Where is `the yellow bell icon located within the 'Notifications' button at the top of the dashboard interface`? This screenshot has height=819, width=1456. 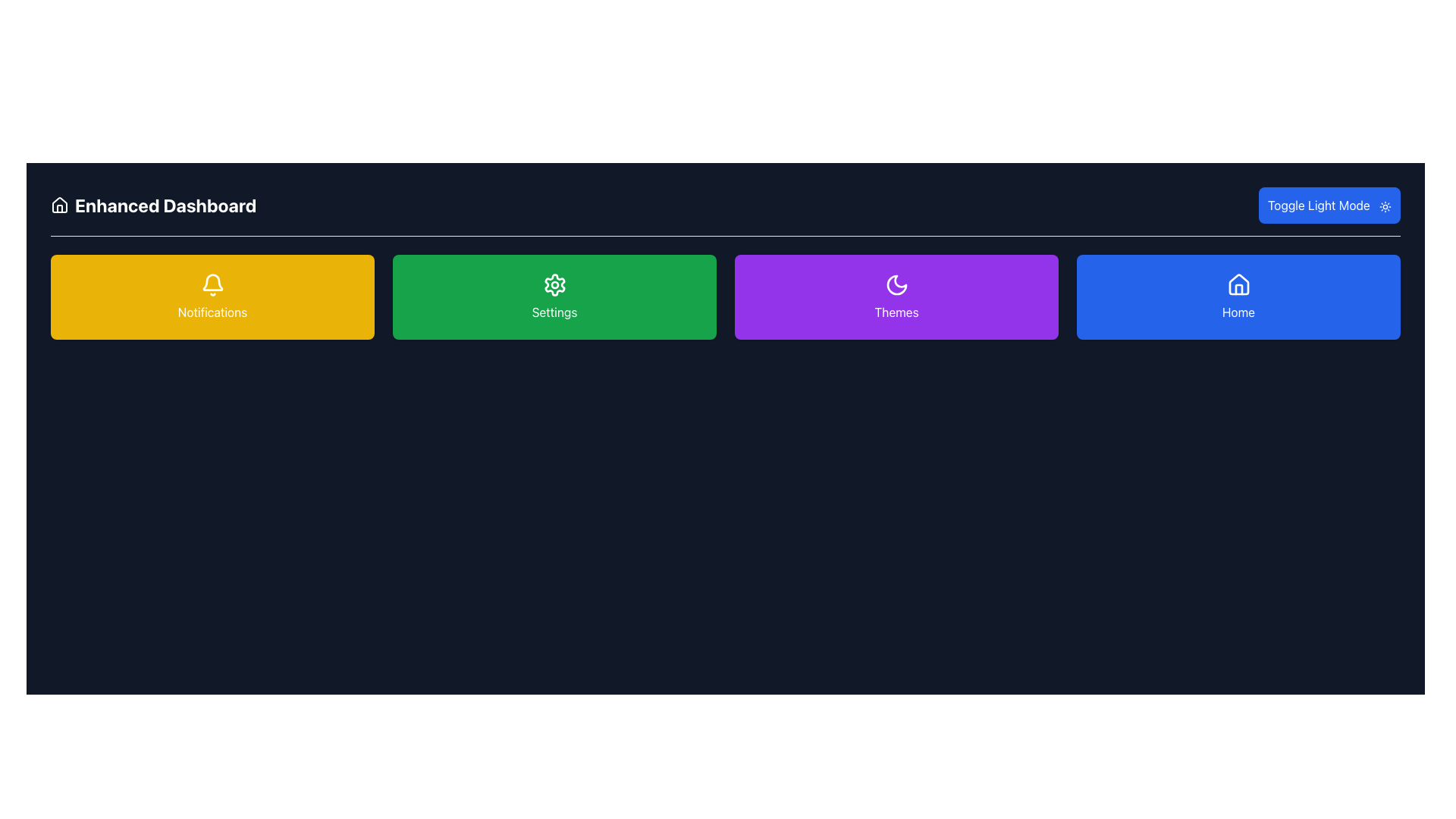
the yellow bell icon located within the 'Notifications' button at the top of the dashboard interface is located at coordinates (212, 282).